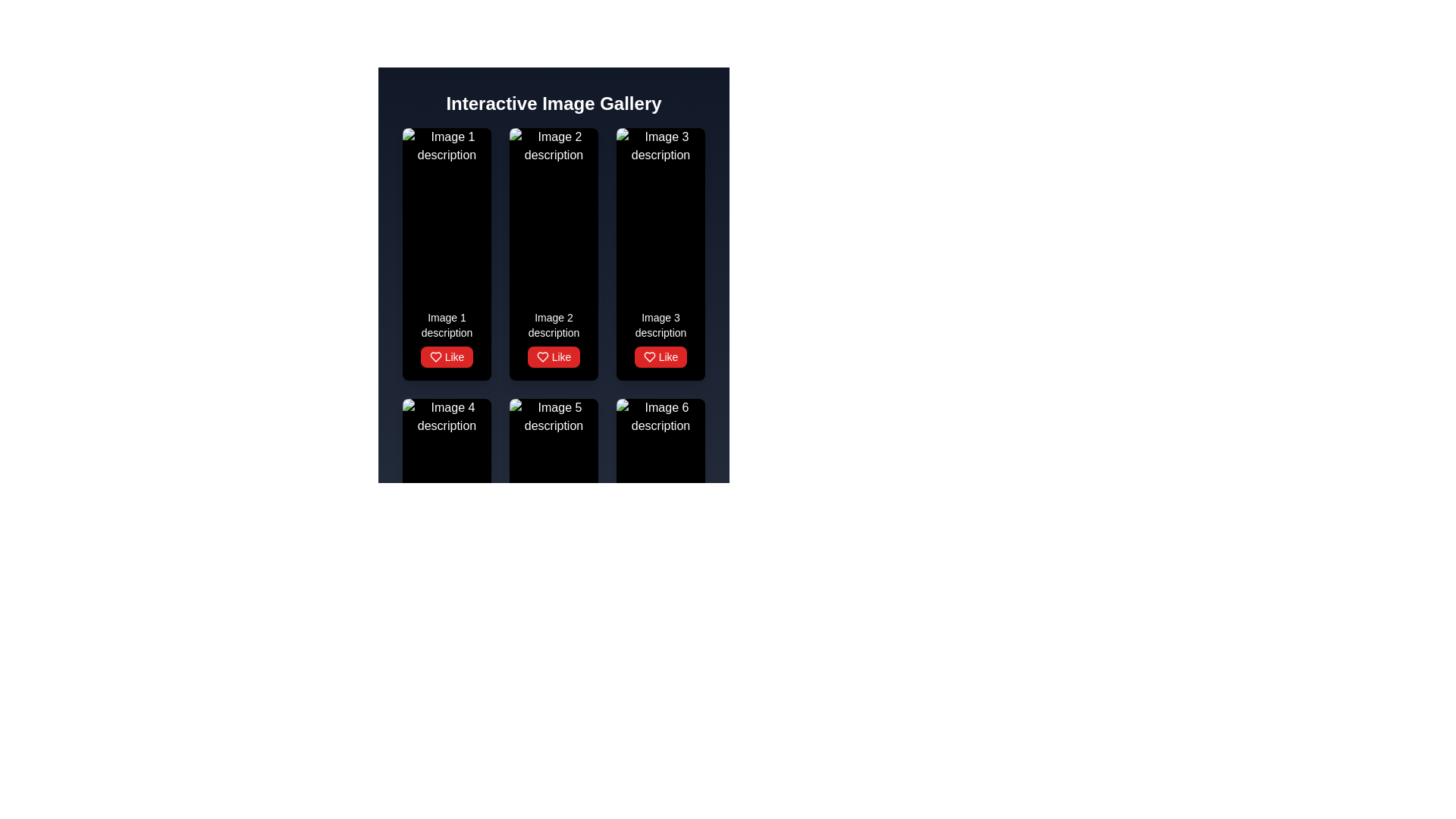  What do you see at coordinates (661, 338) in the screenshot?
I see `the 'Like' button located at the bottom of the card section for 'Image 3', which is styled with a red background and a white heart icon` at bounding box center [661, 338].